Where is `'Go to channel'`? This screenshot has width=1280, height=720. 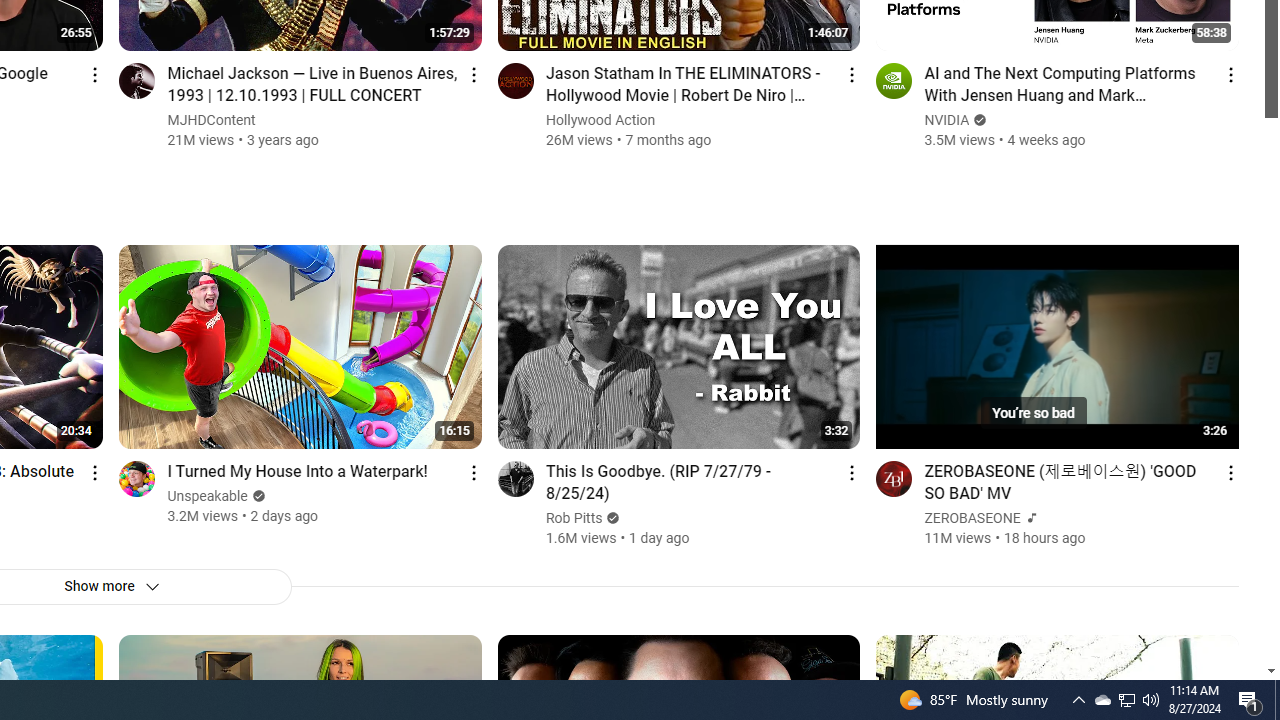
'Go to channel' is located at coordinates (893, 478).